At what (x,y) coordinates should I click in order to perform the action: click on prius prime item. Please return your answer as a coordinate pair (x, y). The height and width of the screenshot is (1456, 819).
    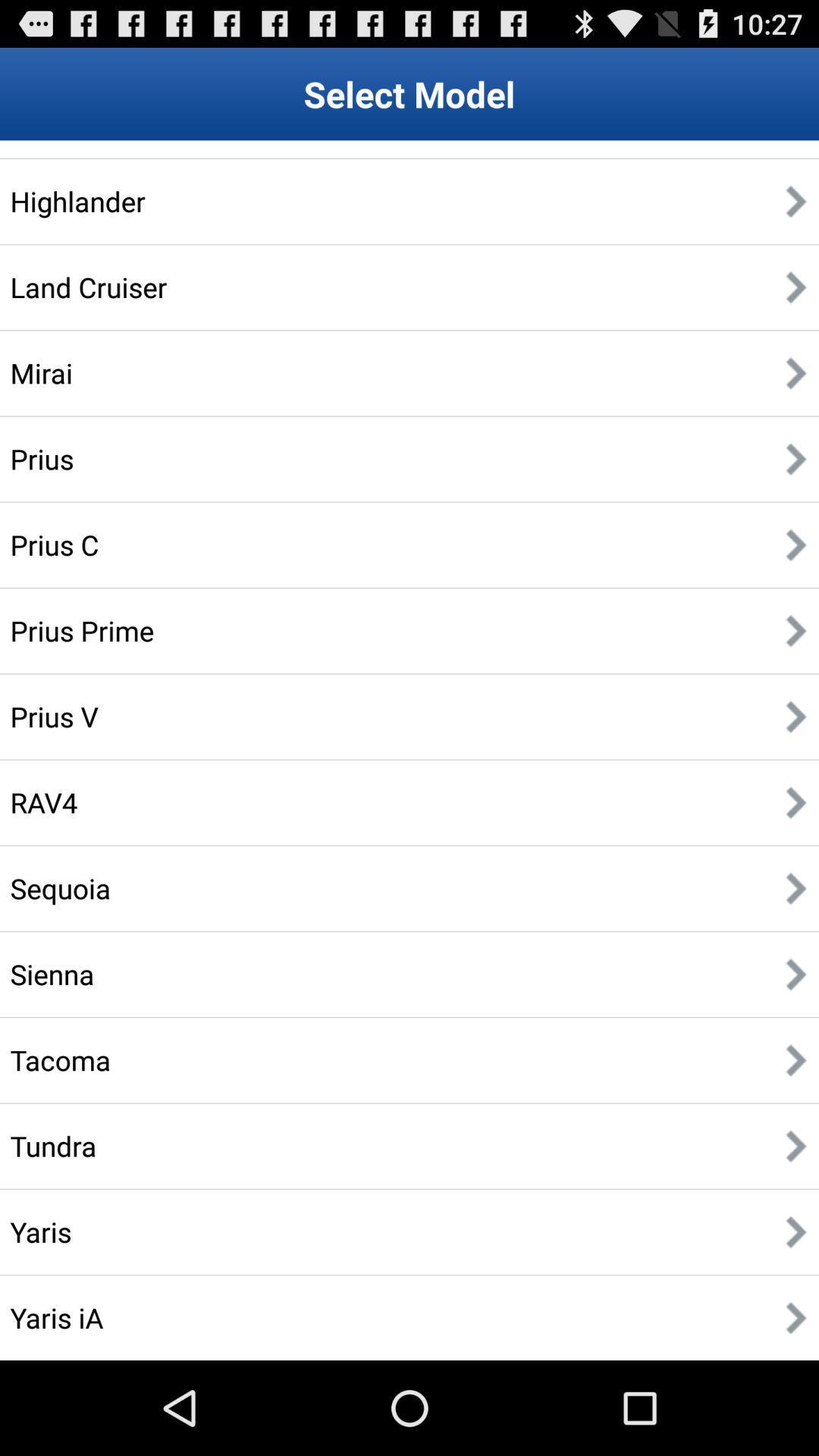
    Looking at the image, I should click on (82, 630).